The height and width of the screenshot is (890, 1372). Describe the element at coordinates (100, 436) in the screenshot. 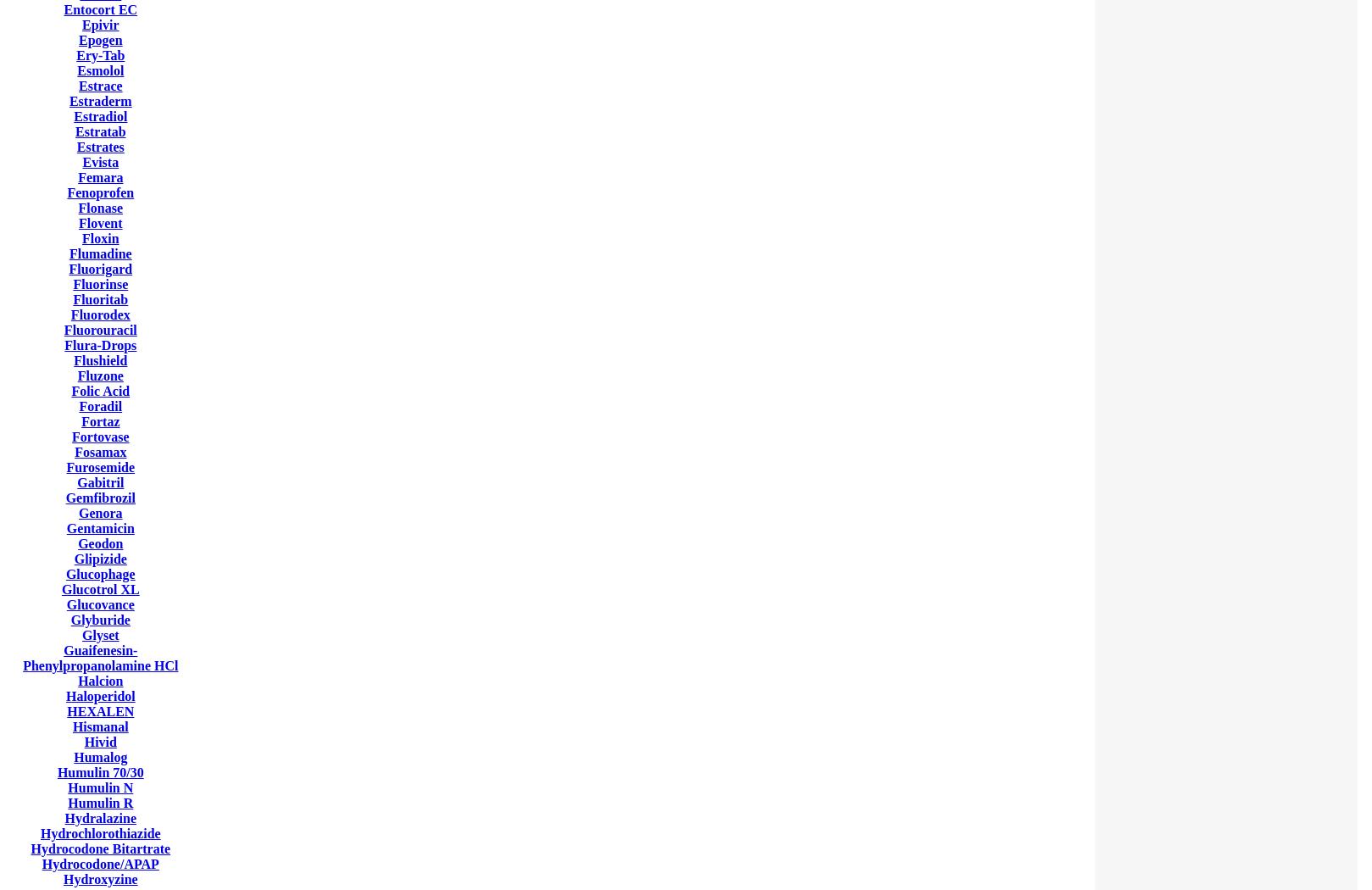

I see `'Fortovase'` at that location.